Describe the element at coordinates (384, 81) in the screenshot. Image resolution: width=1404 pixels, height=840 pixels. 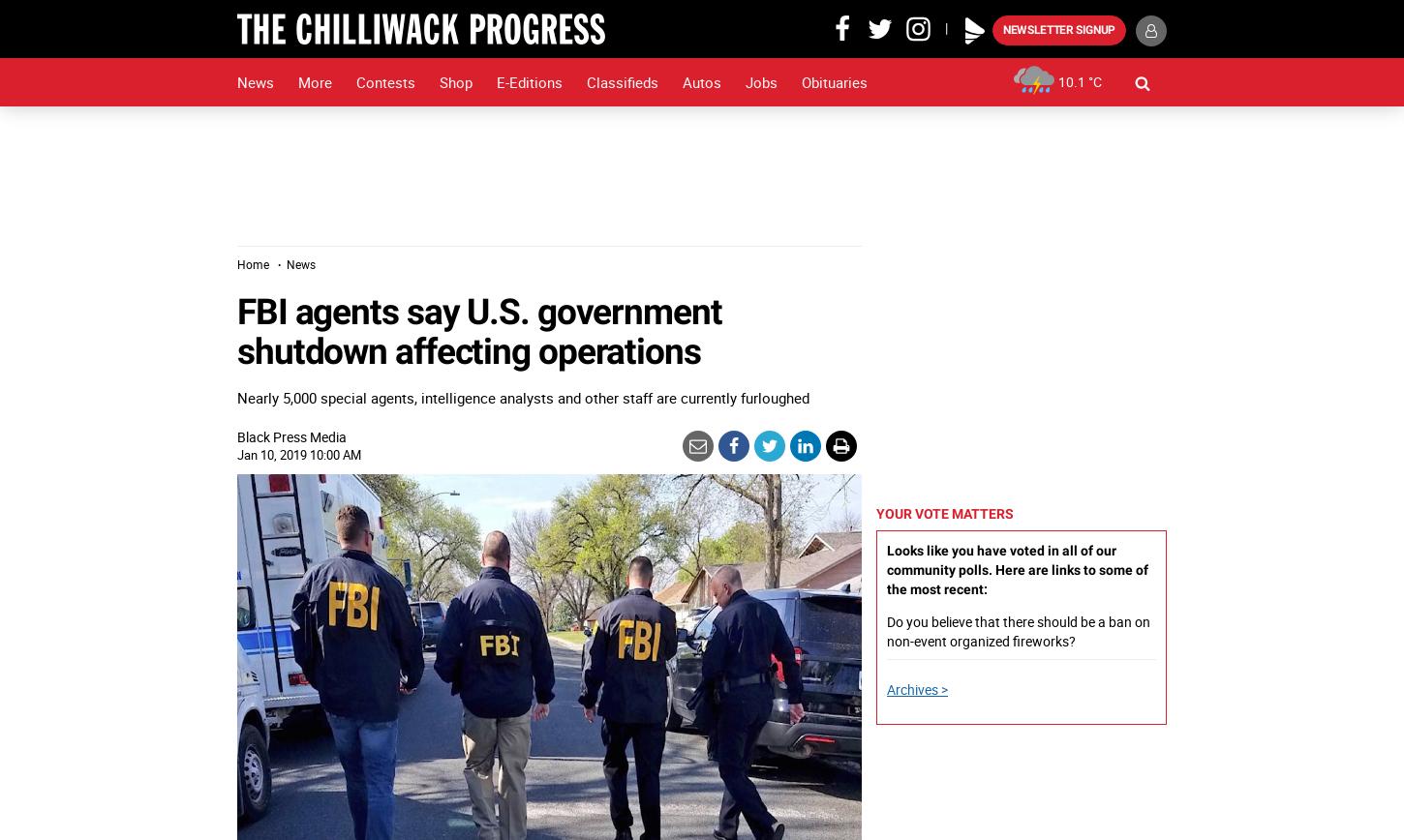
I see `'Contests'` at that location.